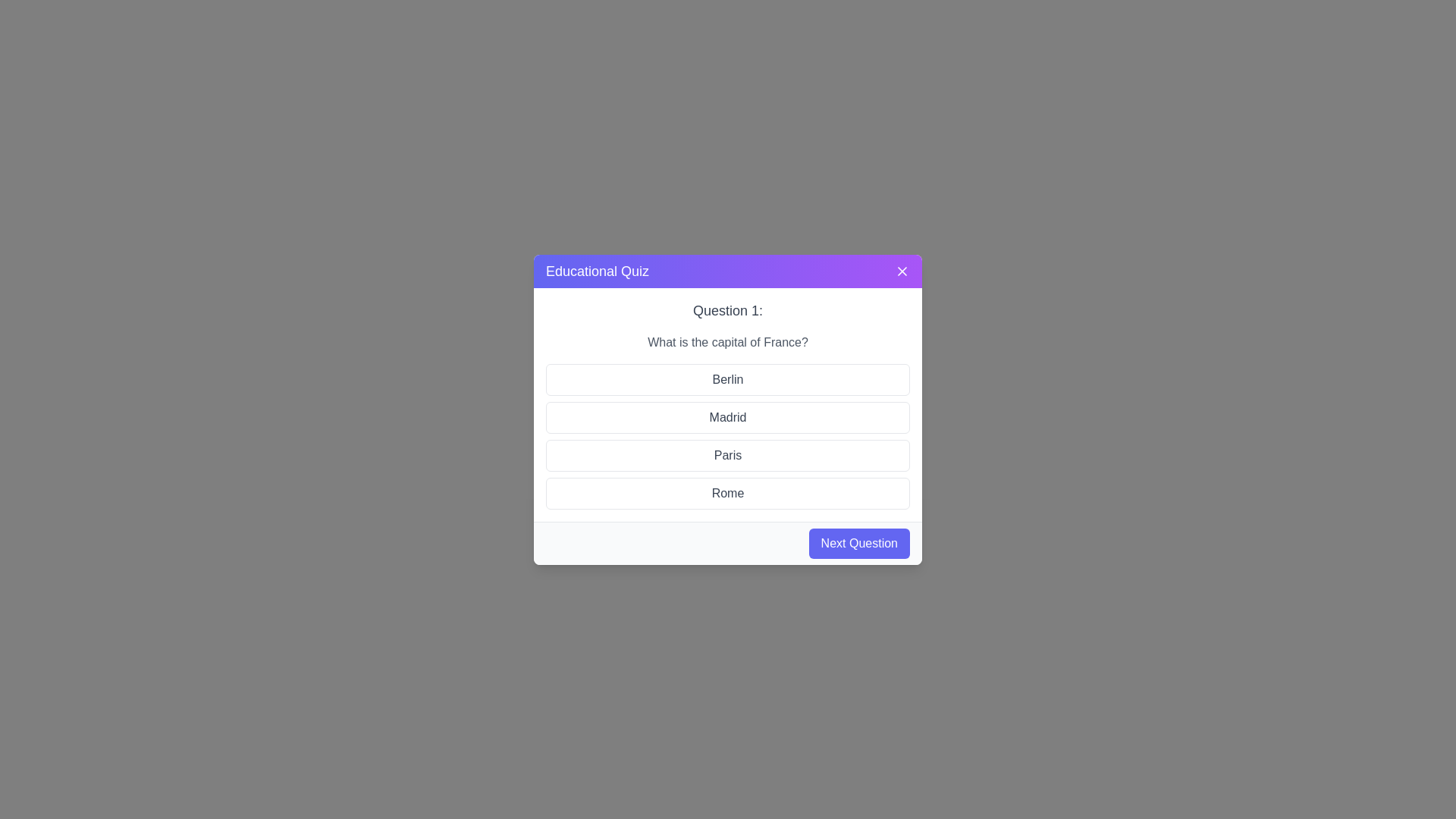 Image resolution: width=1456 pixels, height=819 pixels. Describe the element at coordinates (728, 454) in the screenshot. I see `the 'Paris' button in the quiz options` at that location.